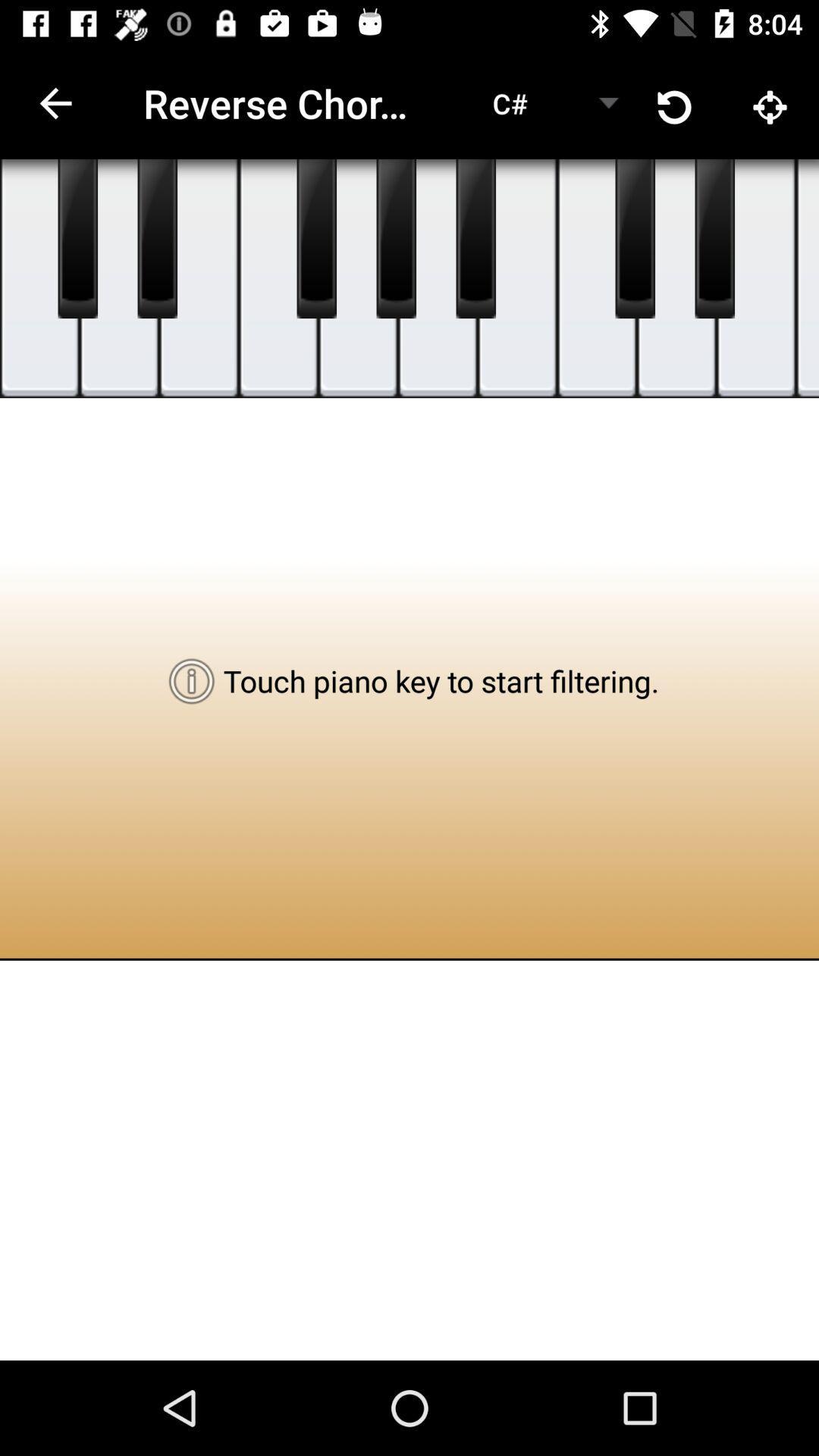 The image size is (819, 1456). Describe the element at coordinates (77, 238) in the screenshot. I see `piano play button` at that location.